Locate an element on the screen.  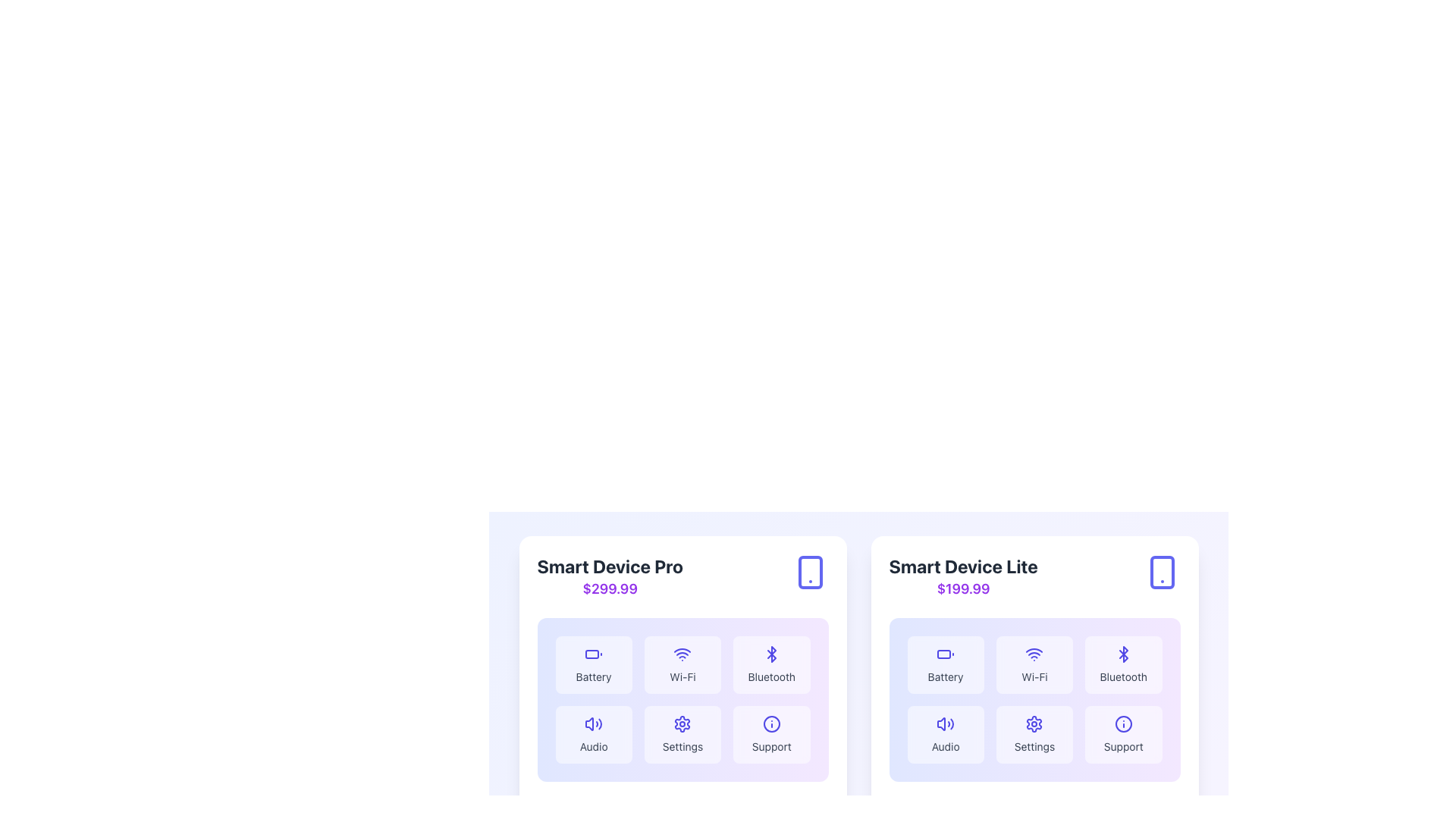
the 'Wi-Fi' label text element, which is located beneath the Wi-Fi icon in the 'Smart Device Pro' card is located at coordinates (682, 676).